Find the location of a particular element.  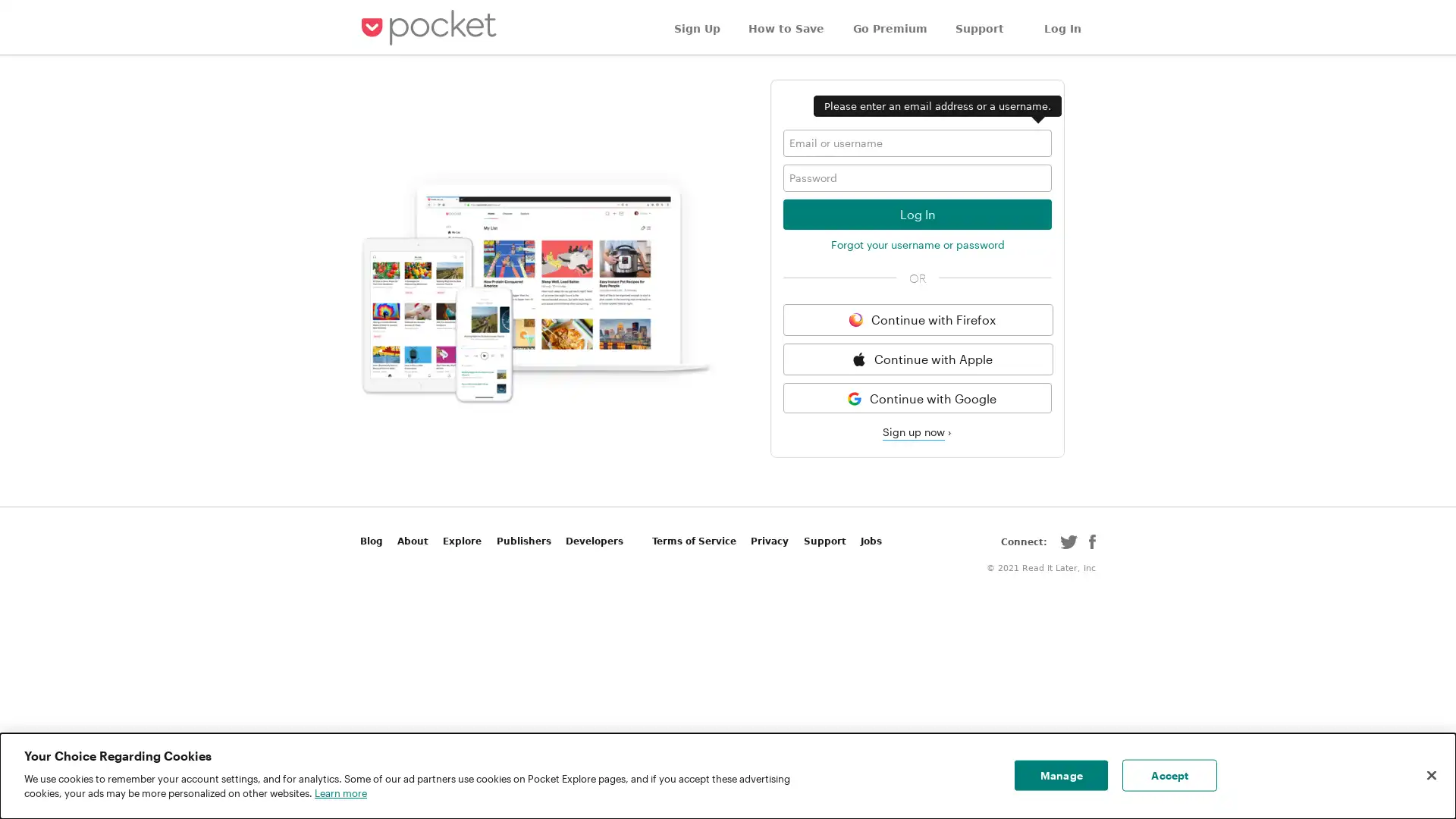

Close is located at coordinates (1430, 775).